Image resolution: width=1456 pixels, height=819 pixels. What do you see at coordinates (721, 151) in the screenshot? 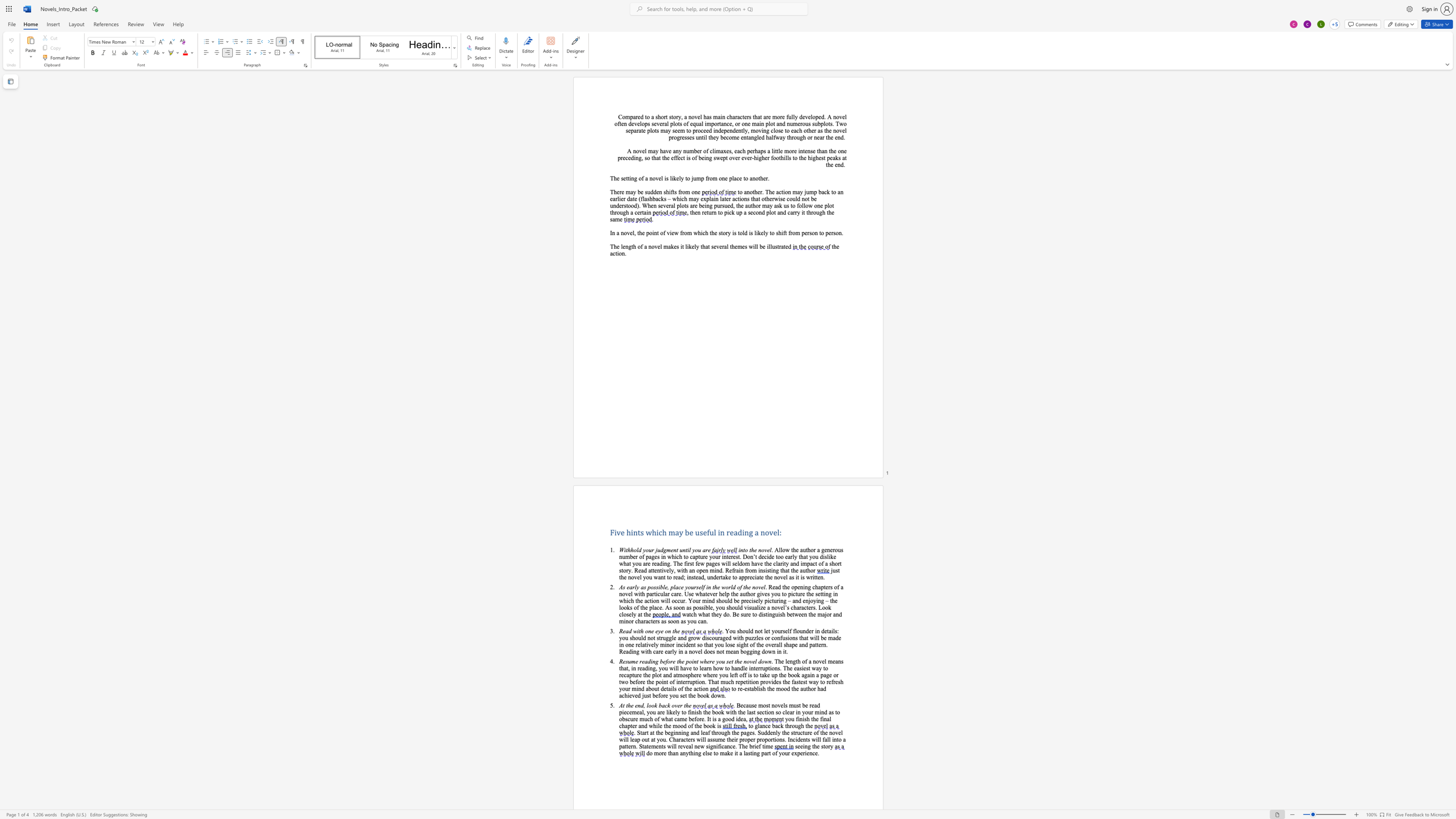
I see `the 4th character "a" in the text` at bounding box center [721, 151].